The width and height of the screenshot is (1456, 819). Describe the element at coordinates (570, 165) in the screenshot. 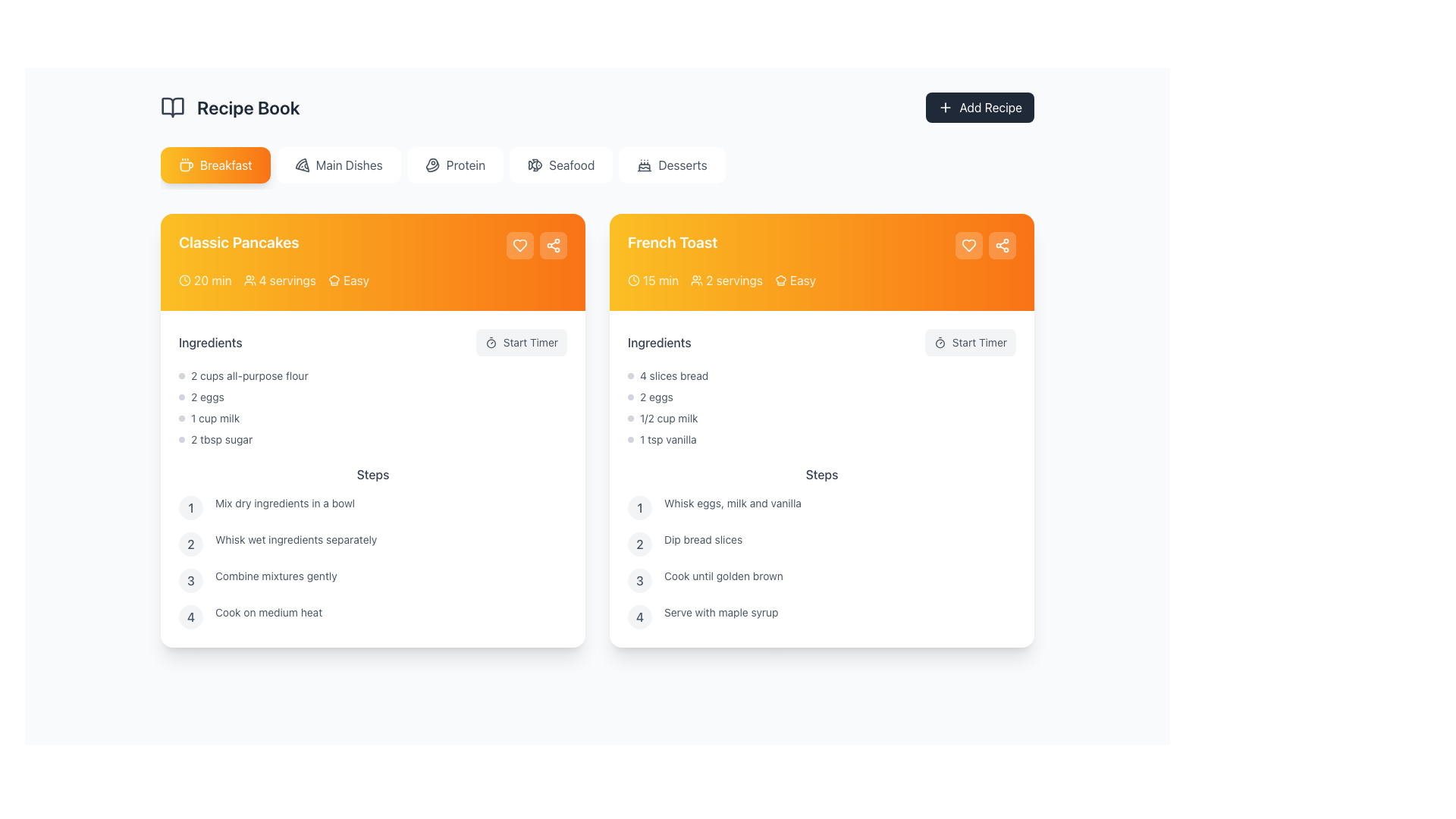

I see `the 'Seafood' tab within the navigation bar` at that location.